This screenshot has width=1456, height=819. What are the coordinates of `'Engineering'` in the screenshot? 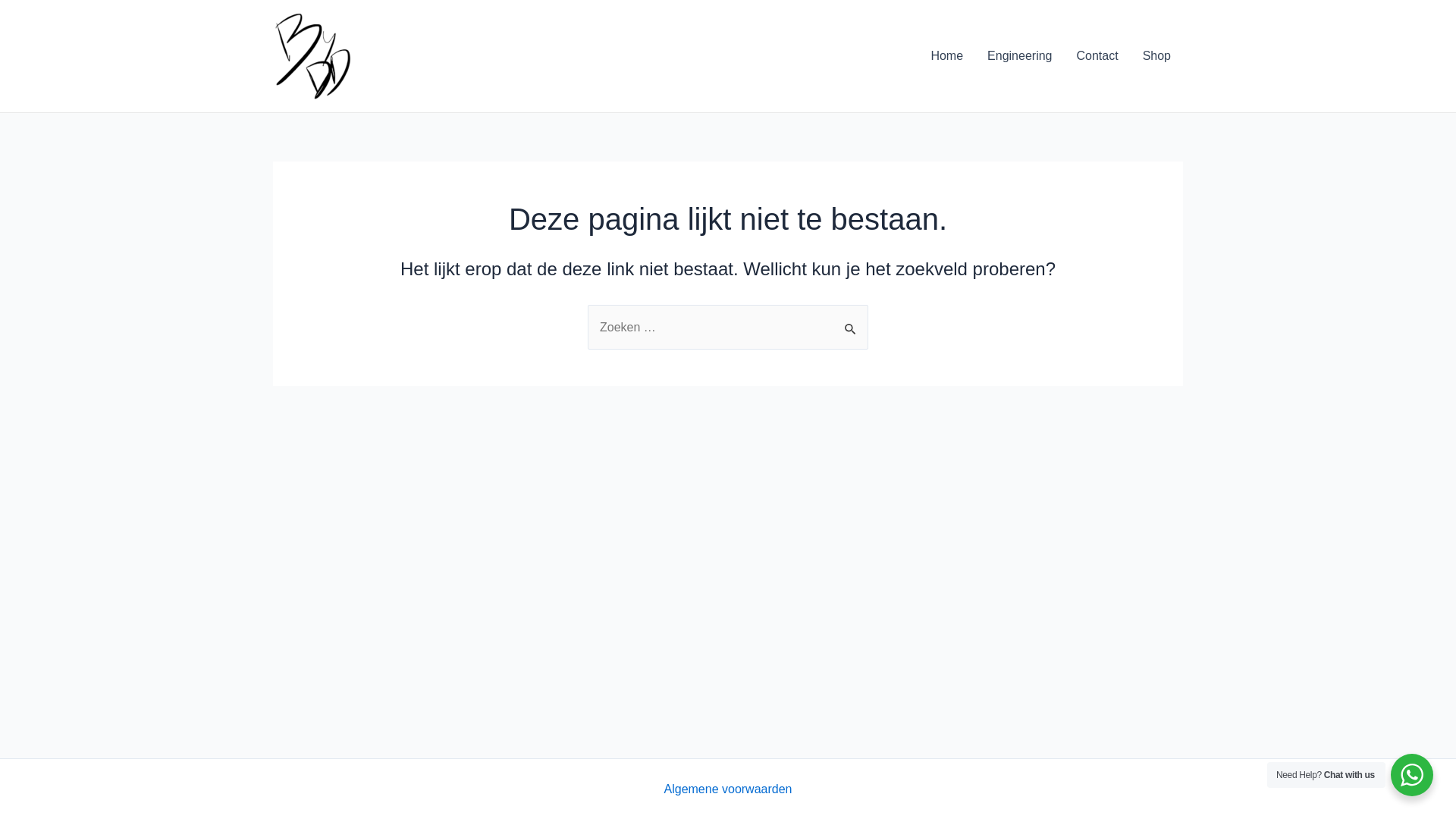 It's located at (1019, 55).